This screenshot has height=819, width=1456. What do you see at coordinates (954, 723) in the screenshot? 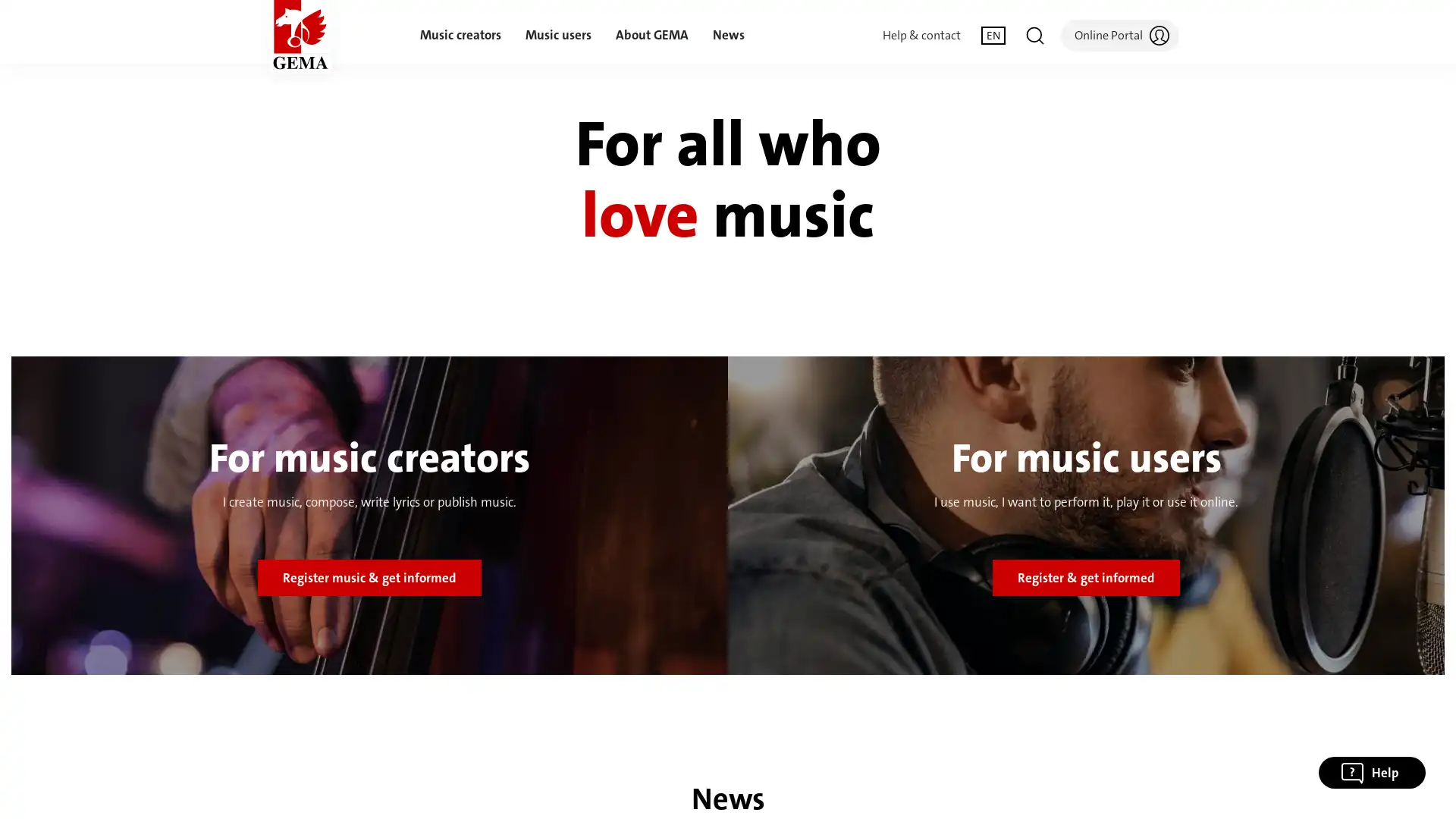
I see `Decline` at bounding box center [954, 723].